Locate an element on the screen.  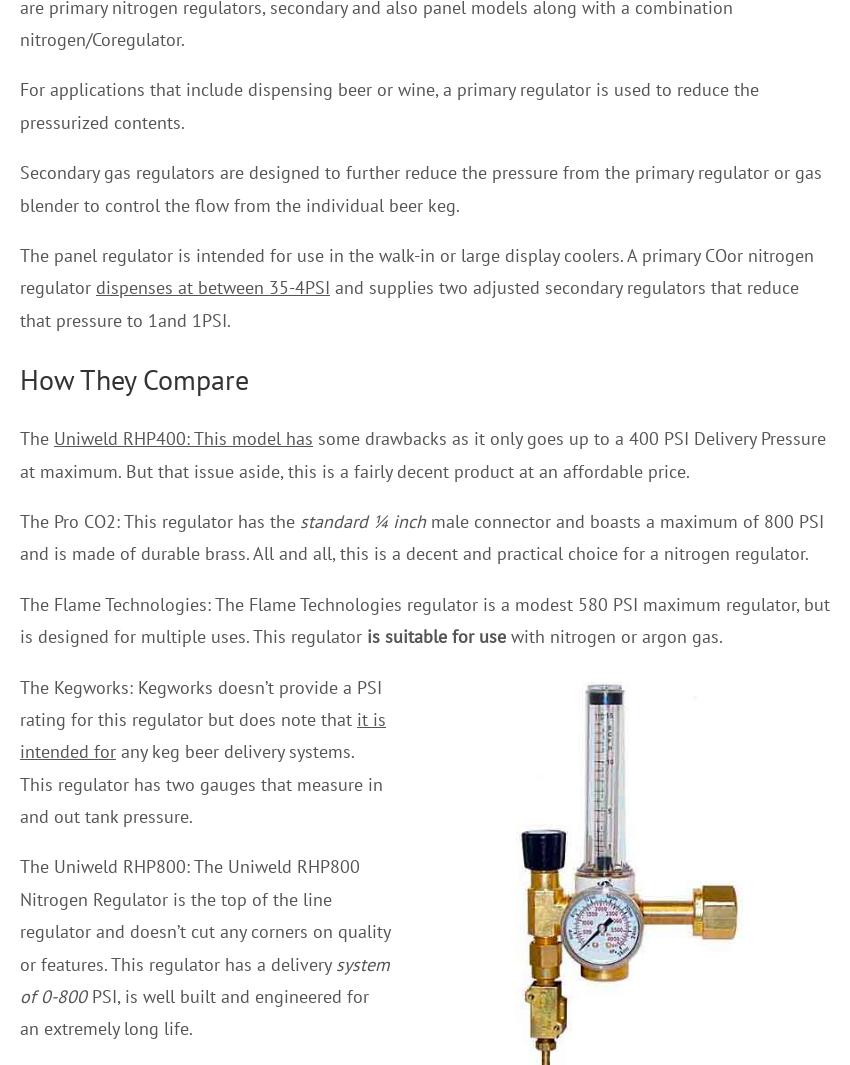
'How They Compare' is located at coordinates (134, 378).